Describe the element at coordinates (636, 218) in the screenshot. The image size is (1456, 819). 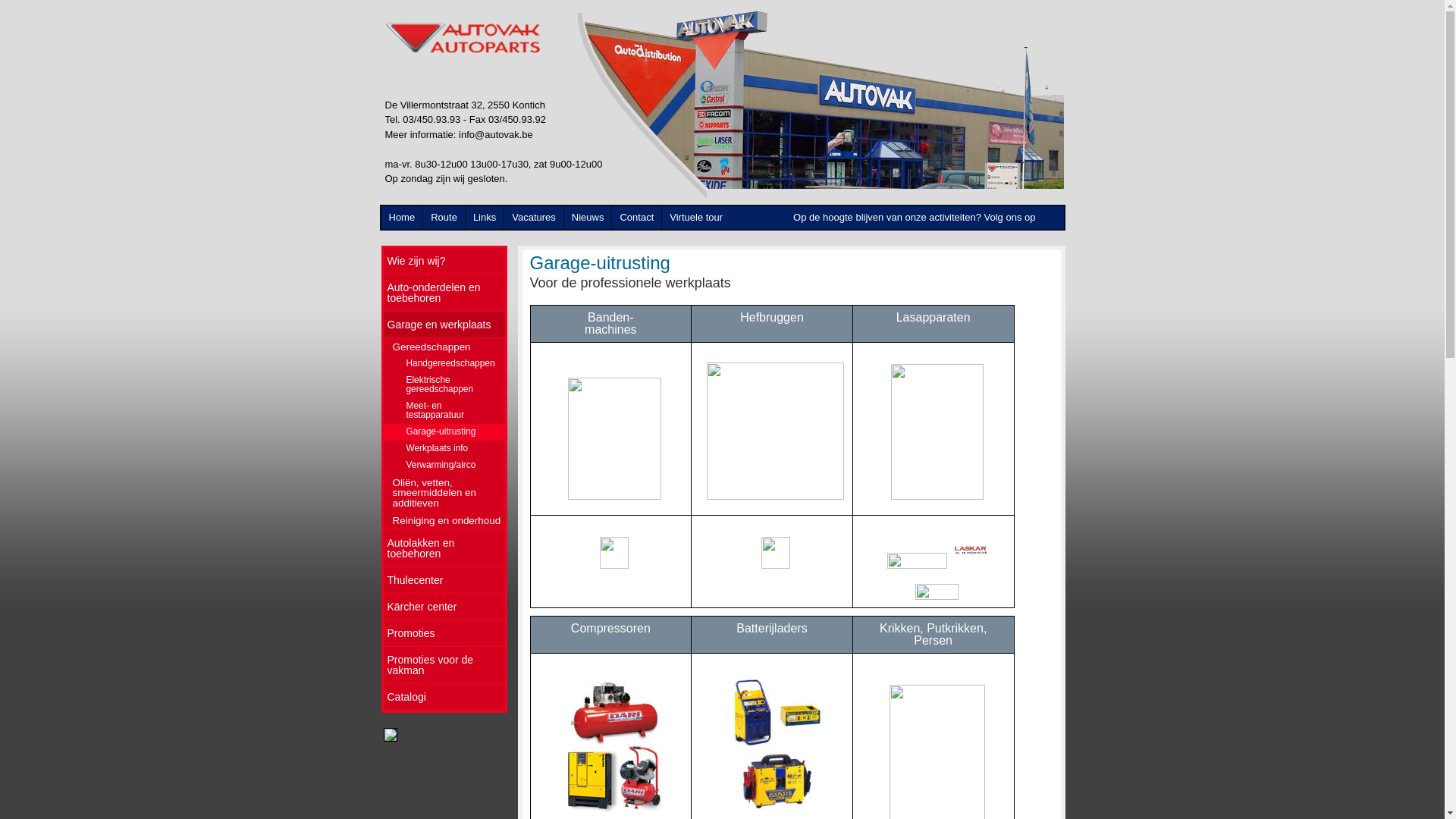
I see `'Contact'` at that location.